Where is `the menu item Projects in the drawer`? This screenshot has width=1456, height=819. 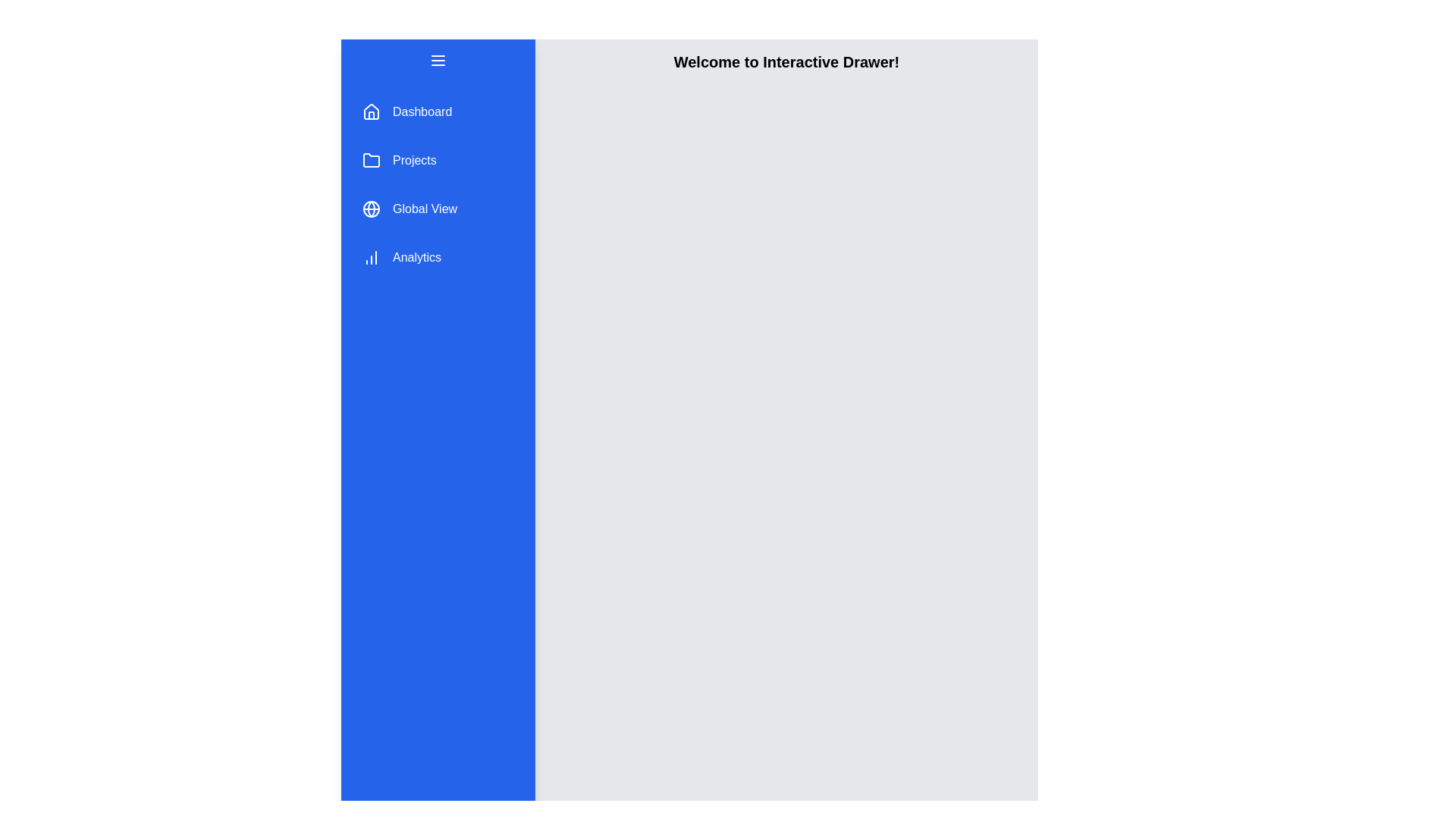
the menu item Projects in the drawer is located at coordinates (437, 161).